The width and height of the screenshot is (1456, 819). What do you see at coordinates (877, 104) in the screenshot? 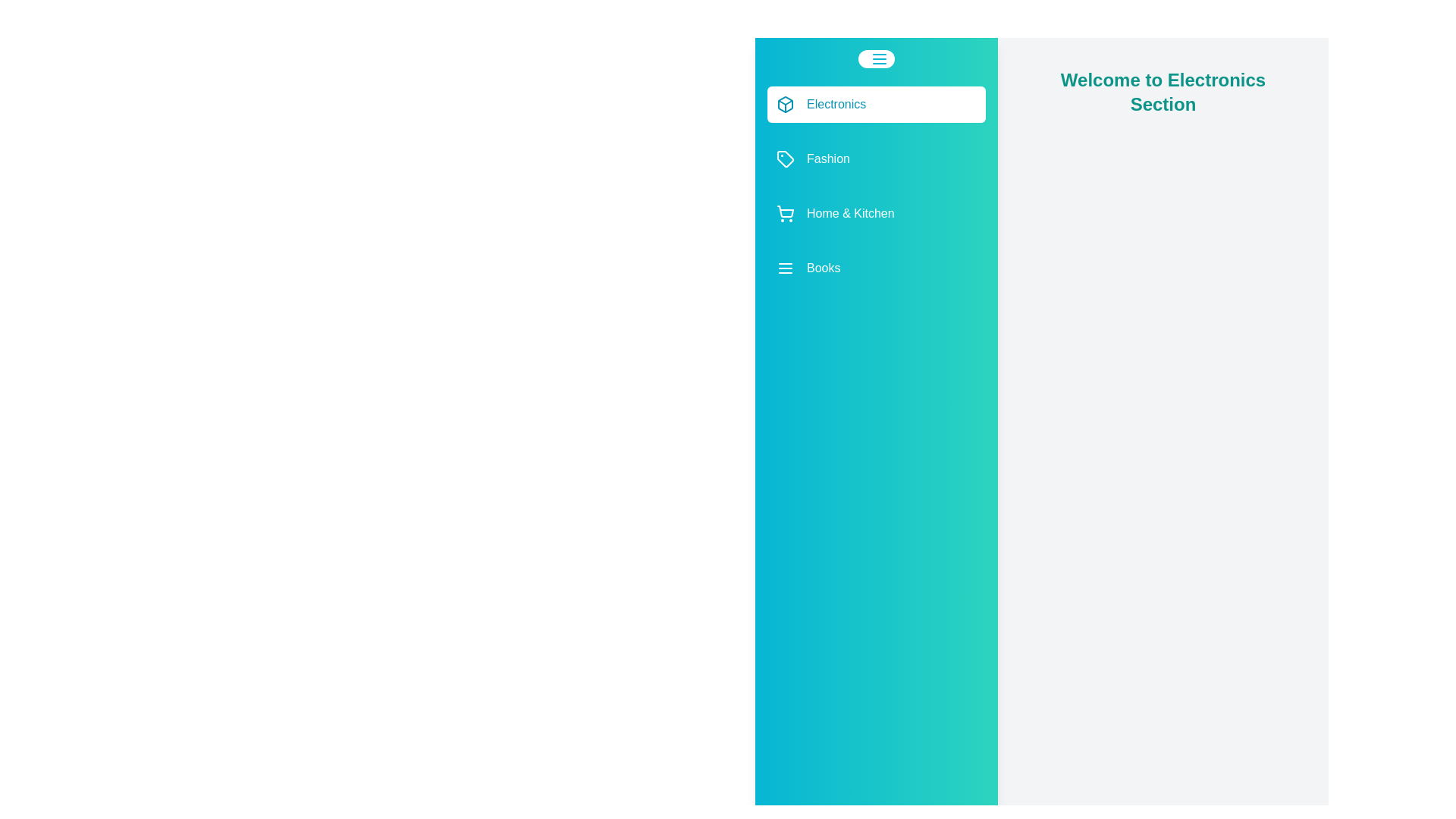
I see `the category Electronics in the list` at bounding box center [877, 104].